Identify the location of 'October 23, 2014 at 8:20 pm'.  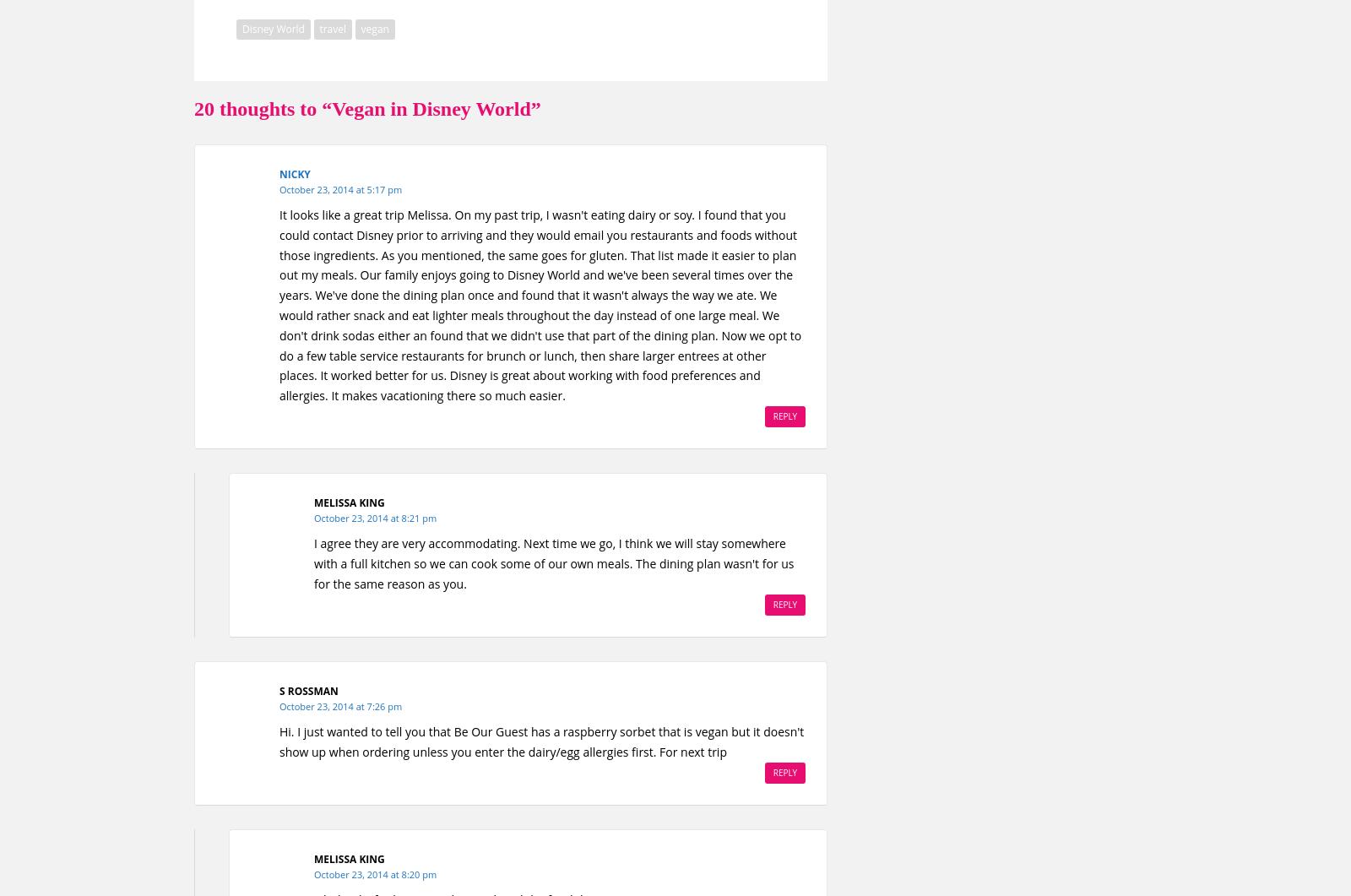
(374, 873).